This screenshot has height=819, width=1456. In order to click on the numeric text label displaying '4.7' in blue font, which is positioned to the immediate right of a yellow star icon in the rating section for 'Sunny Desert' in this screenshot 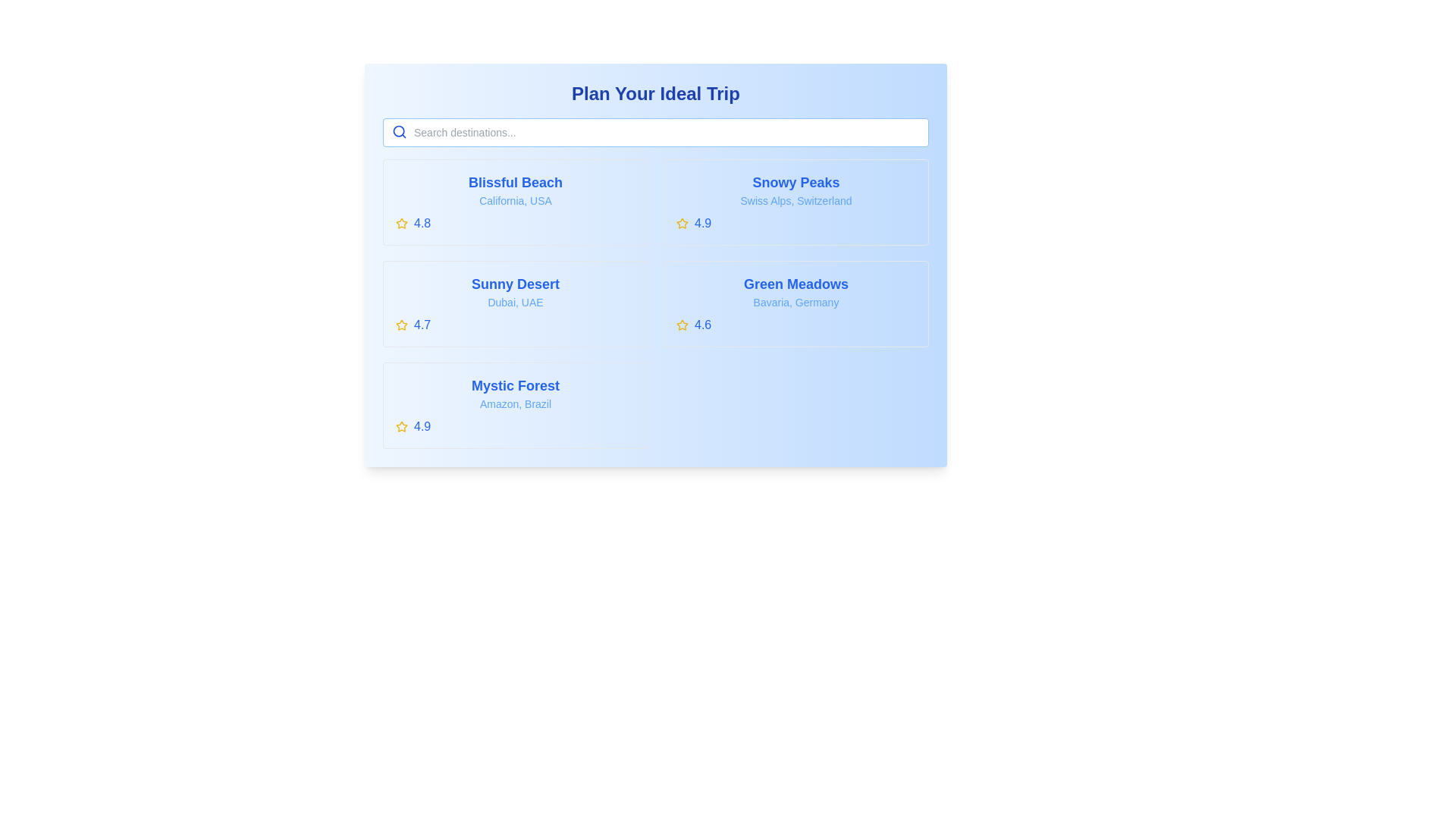, I will do `click(422, 324)`.